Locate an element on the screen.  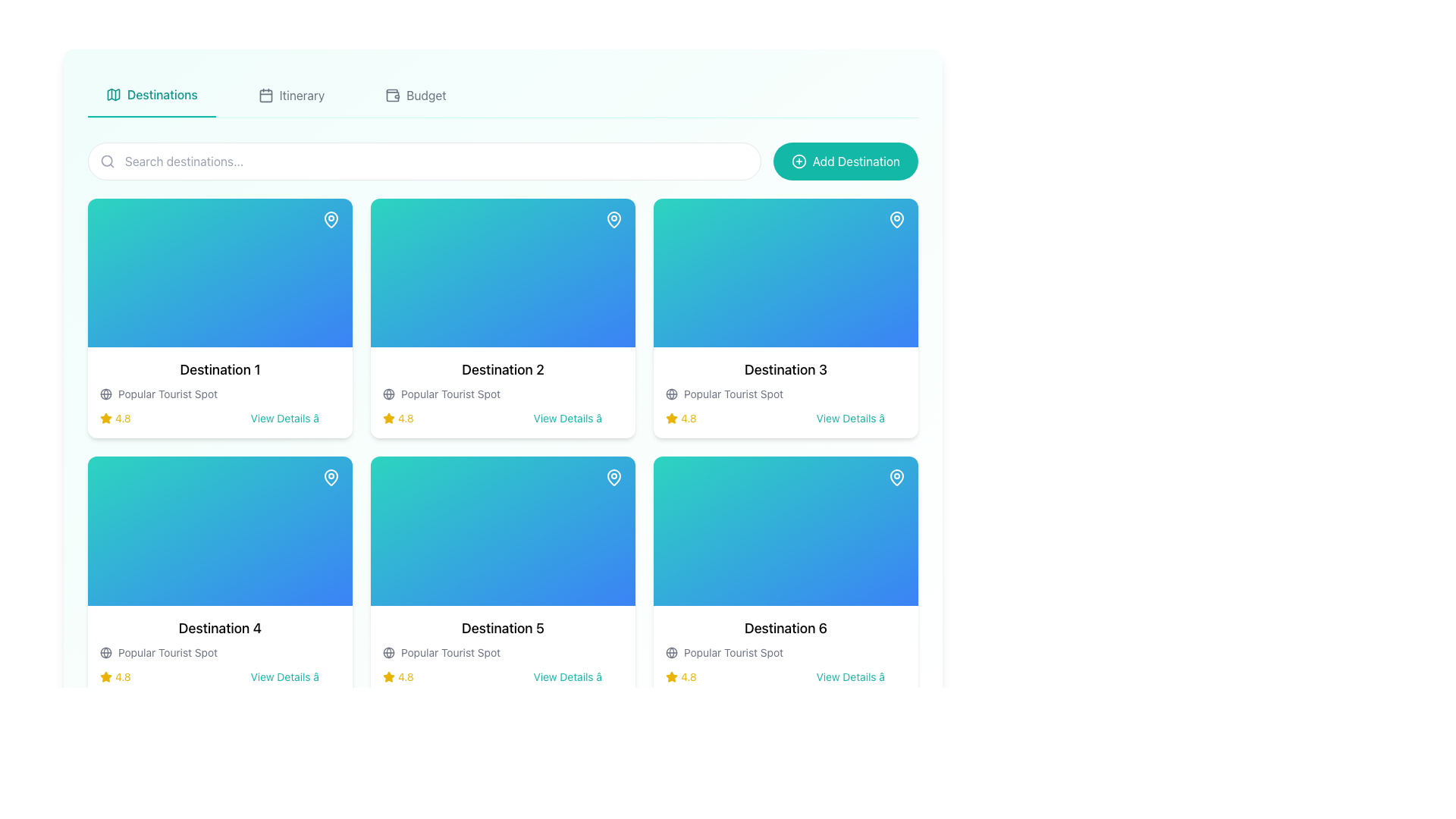
the large bold section header labeled 'Destination 3', which is positioned in the top row and third column of the card grid is located at coordinates (786, 370).